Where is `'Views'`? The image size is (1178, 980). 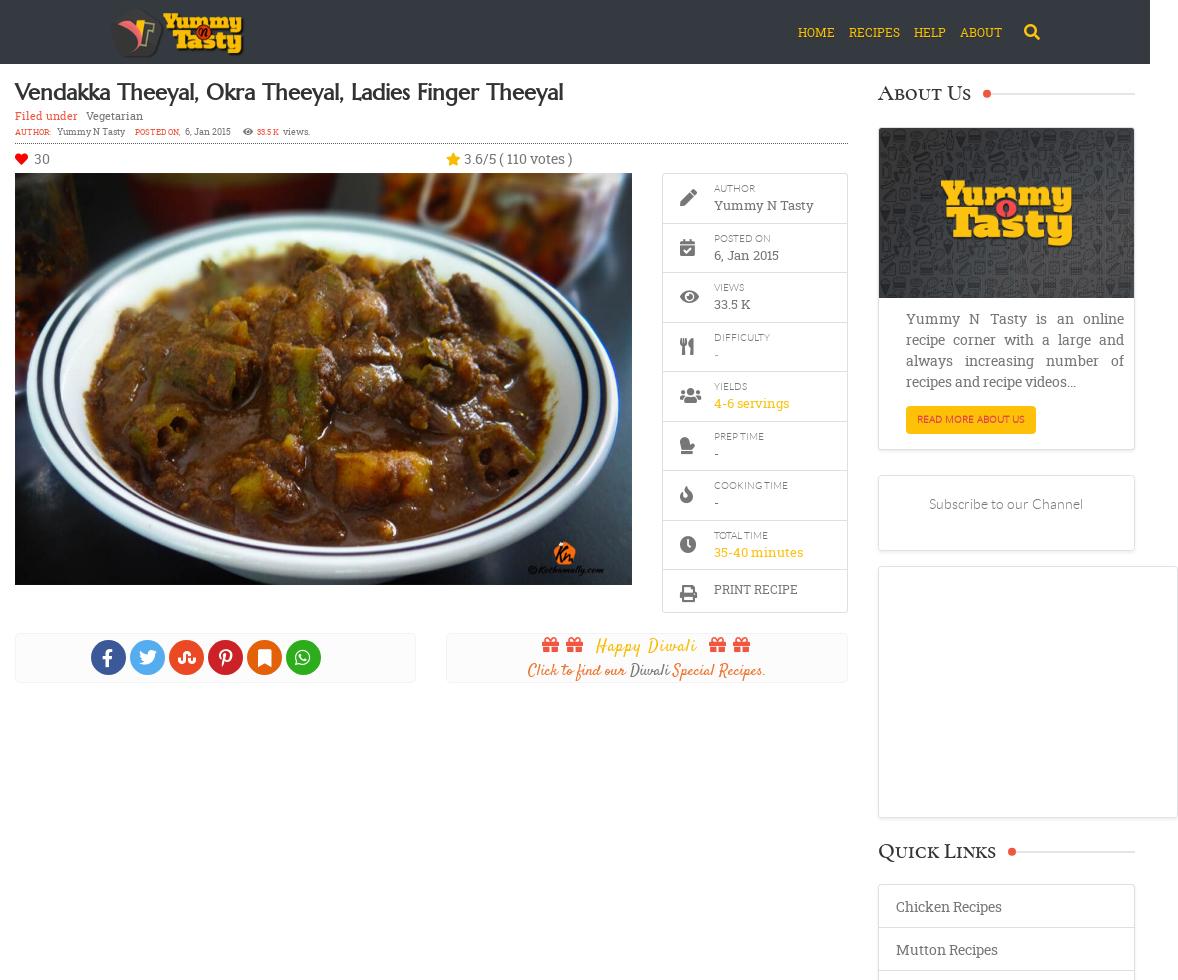
'Views' is located at coordinates (712, 287).